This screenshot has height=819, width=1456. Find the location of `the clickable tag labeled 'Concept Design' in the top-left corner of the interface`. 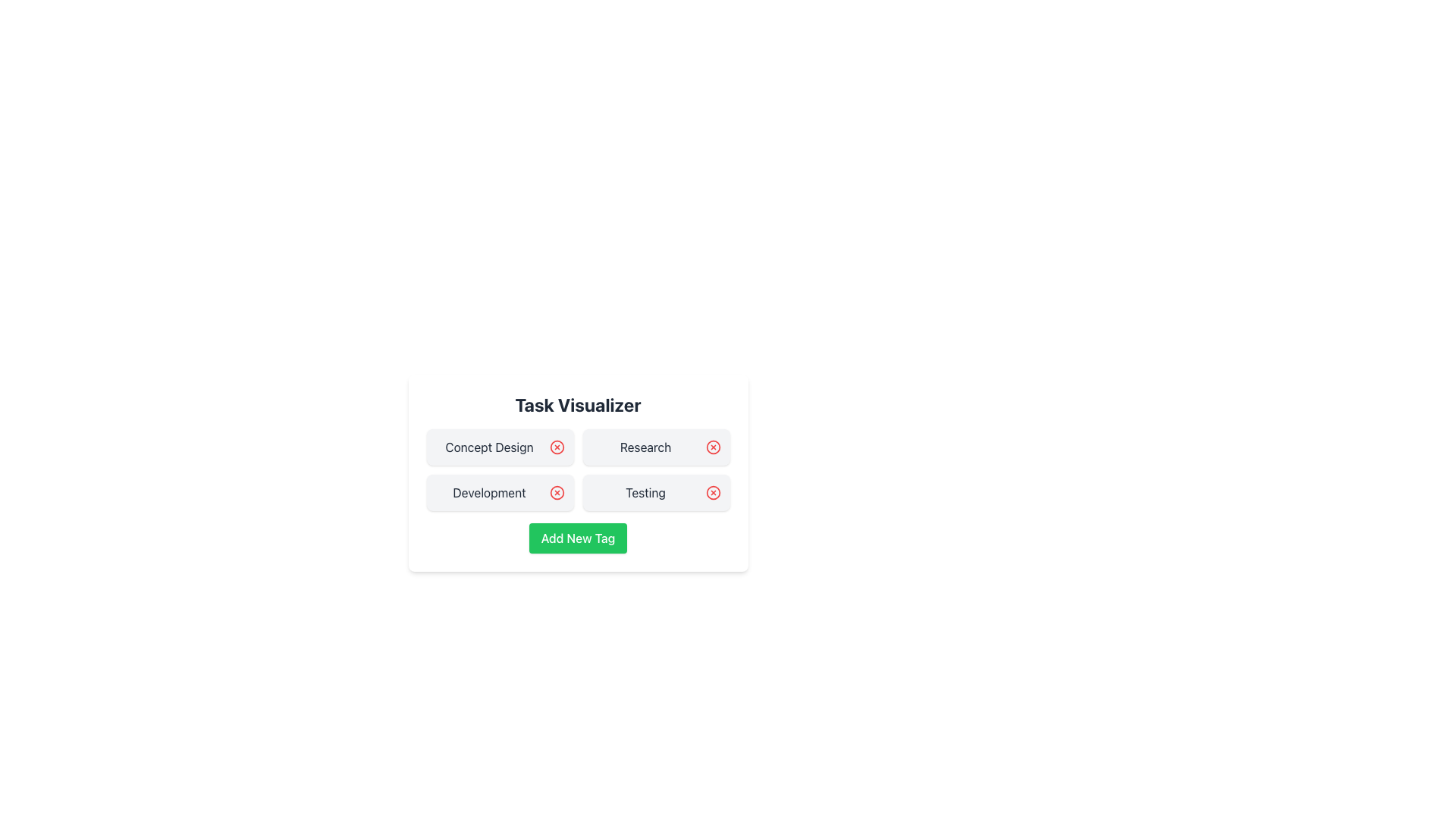

the clickable tag labeled 'Concept Design' in the top-left corner of the interface is located at coordinates (500, 447).